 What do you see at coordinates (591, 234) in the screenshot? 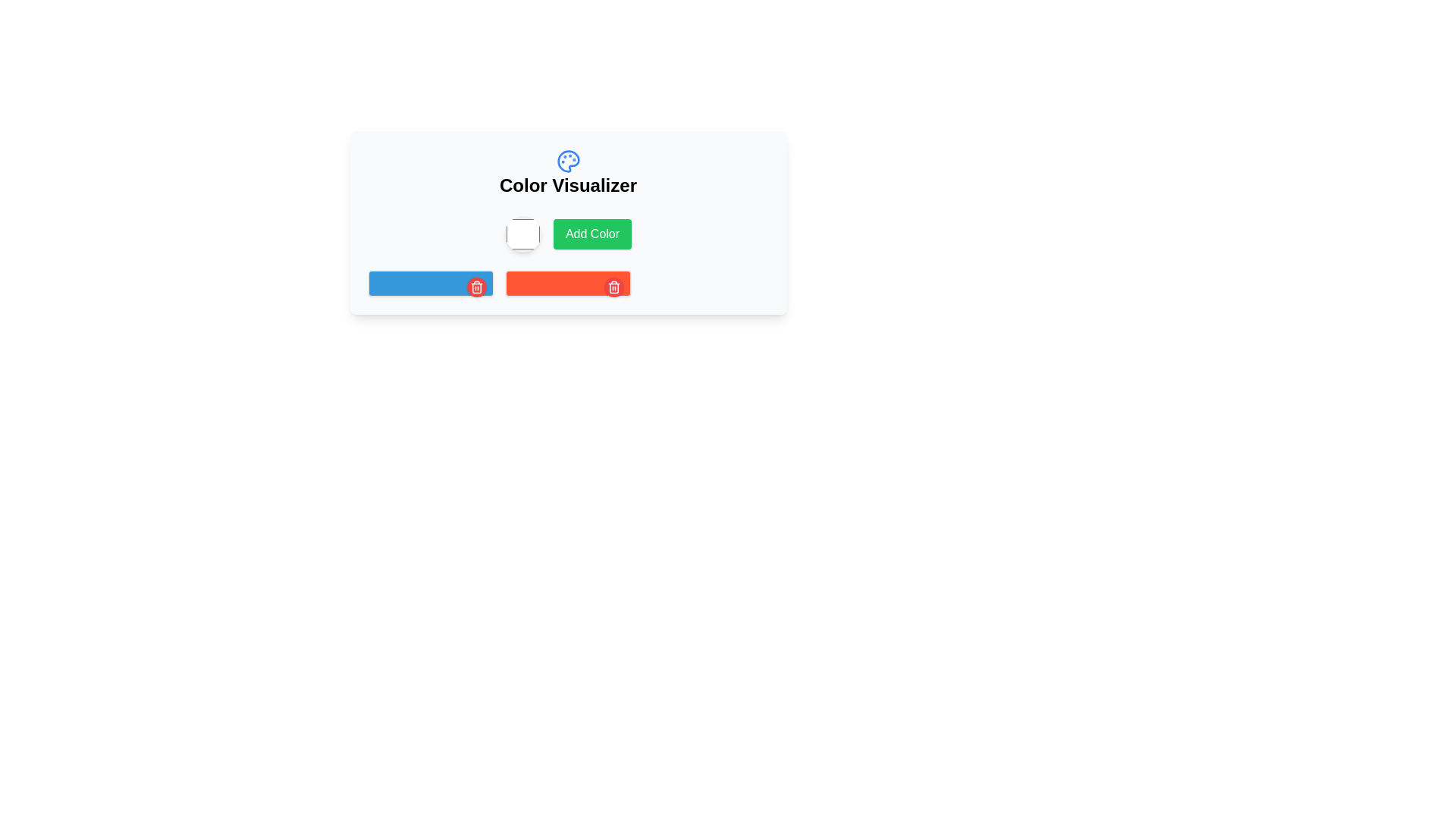
I see `the button for adding a color selection` at bounding box center [591, 234].